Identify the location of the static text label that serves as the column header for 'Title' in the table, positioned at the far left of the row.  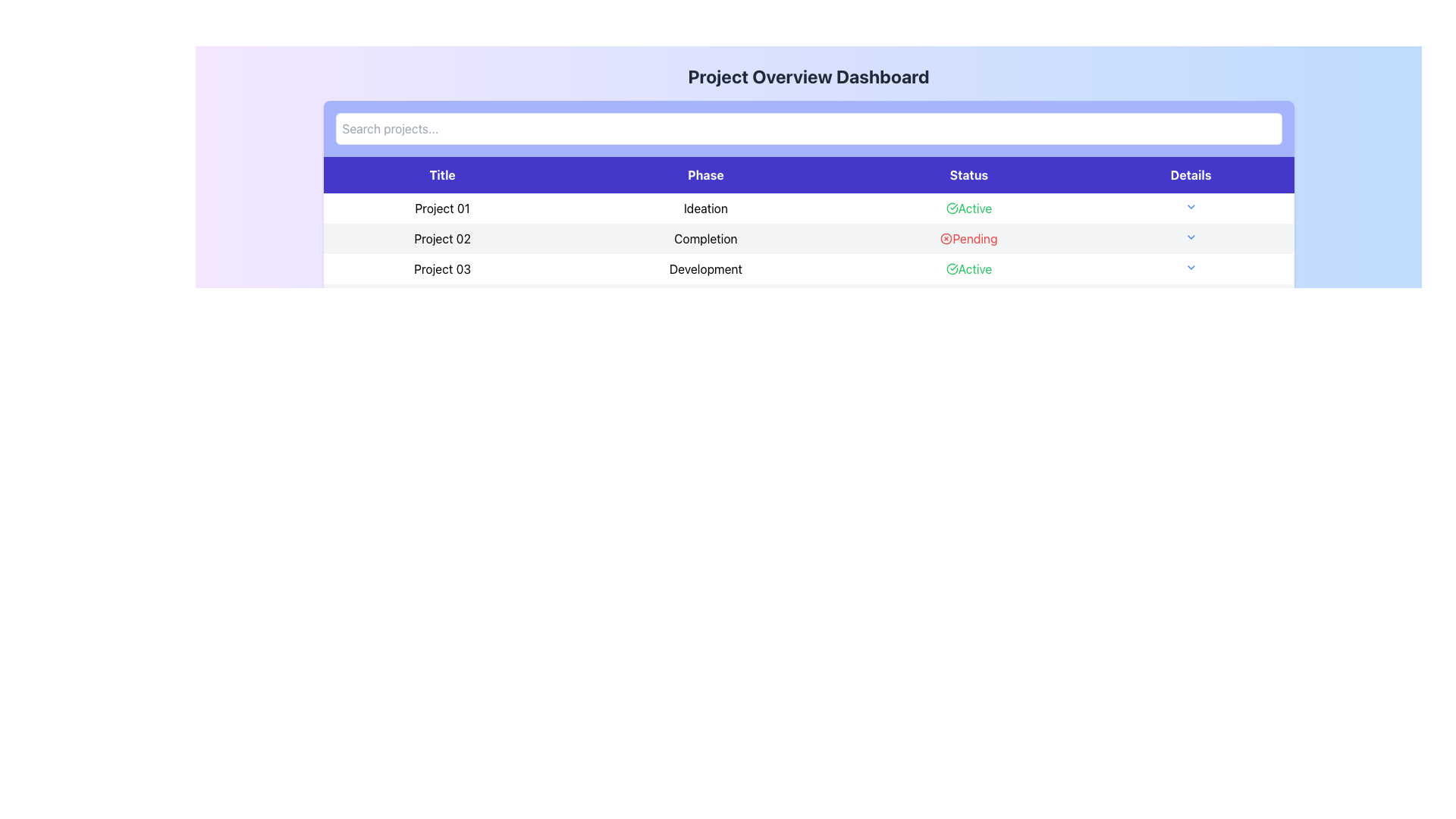
(441, 174).